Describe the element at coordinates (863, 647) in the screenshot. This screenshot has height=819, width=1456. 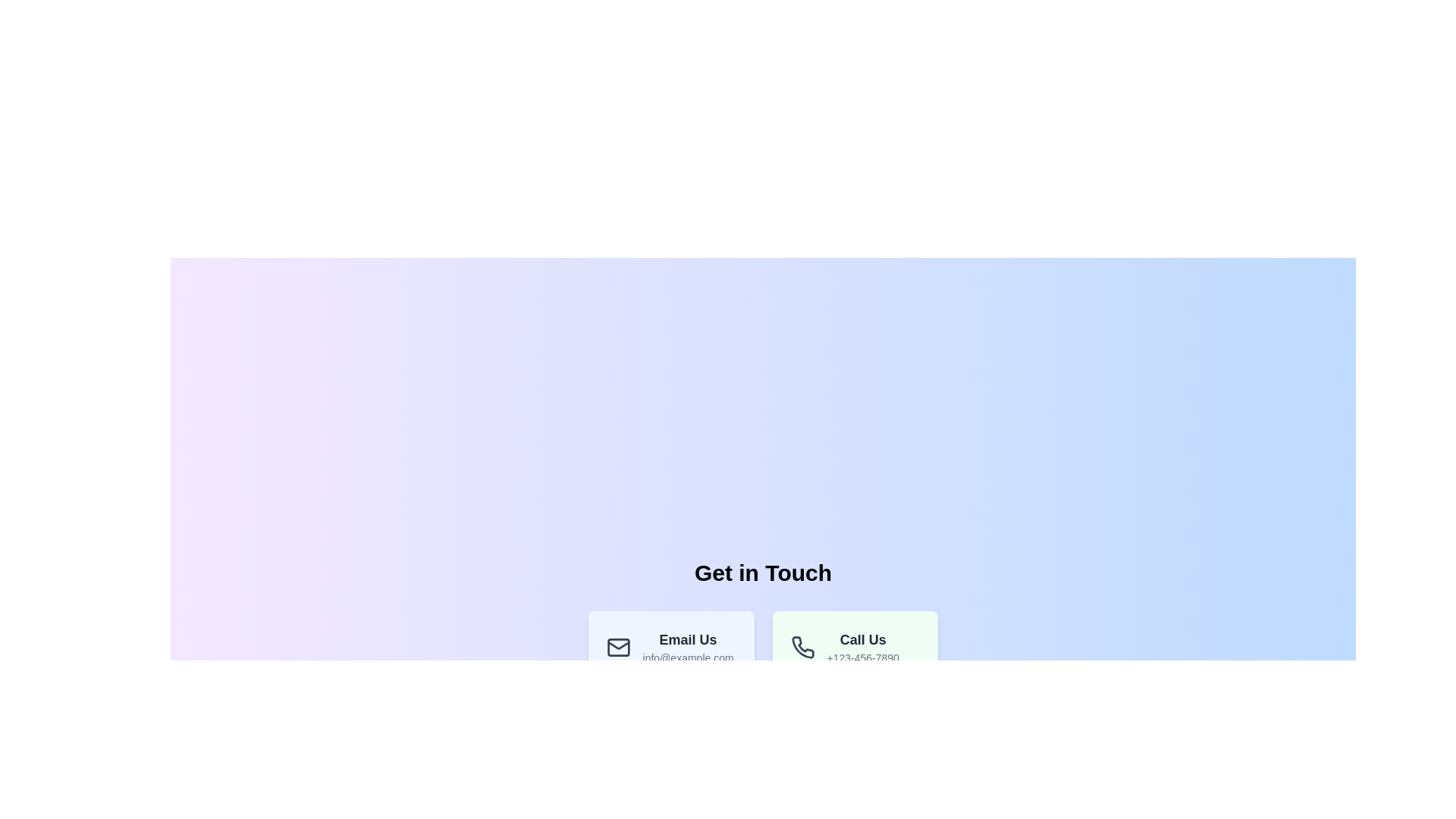
I see `the Contact Information Display element which shows the business's contact phone number and encourages users to initiate a call` at that location.